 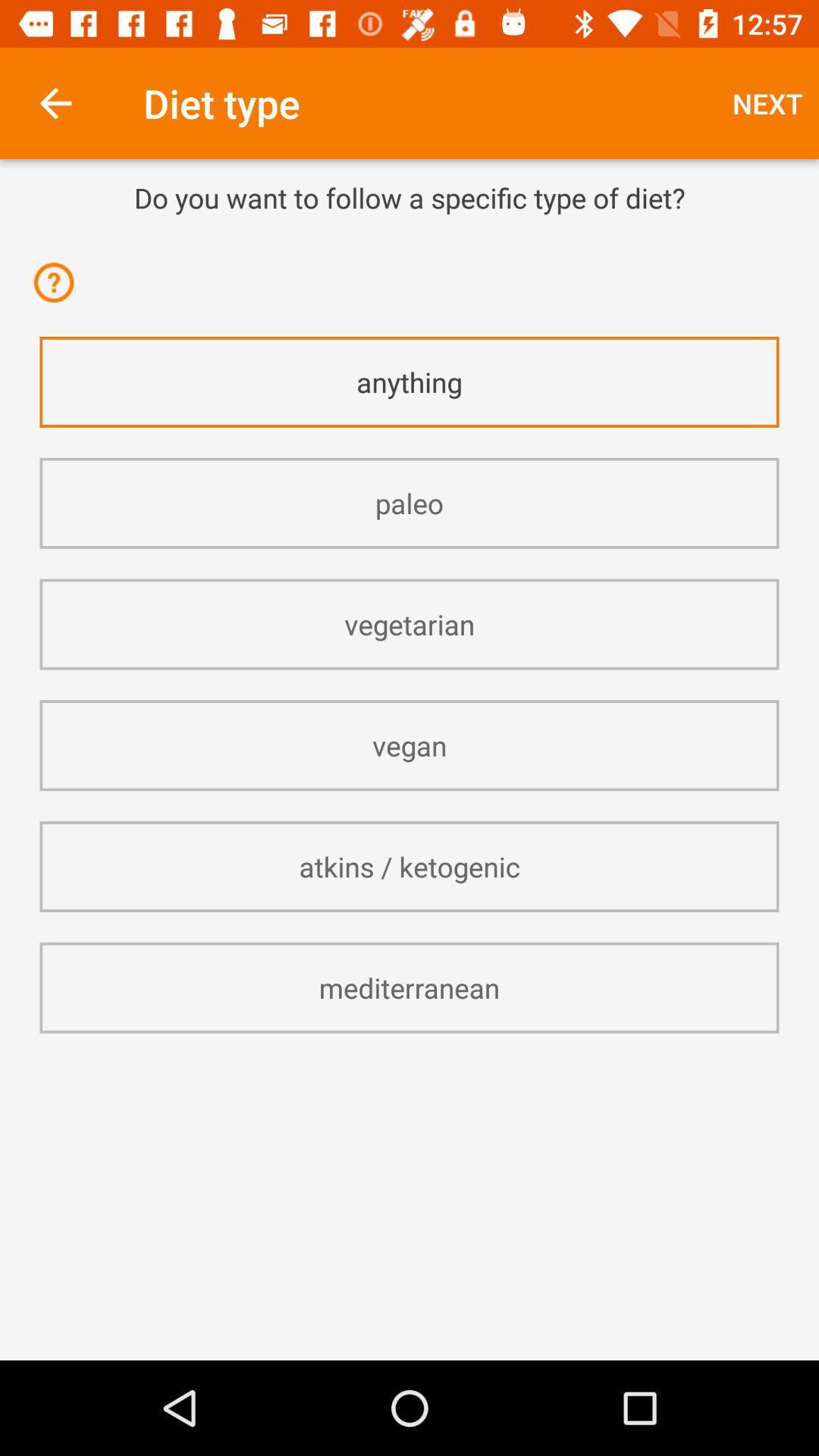 I want to click on the item above the do you want item, so click(x=767, y=102).